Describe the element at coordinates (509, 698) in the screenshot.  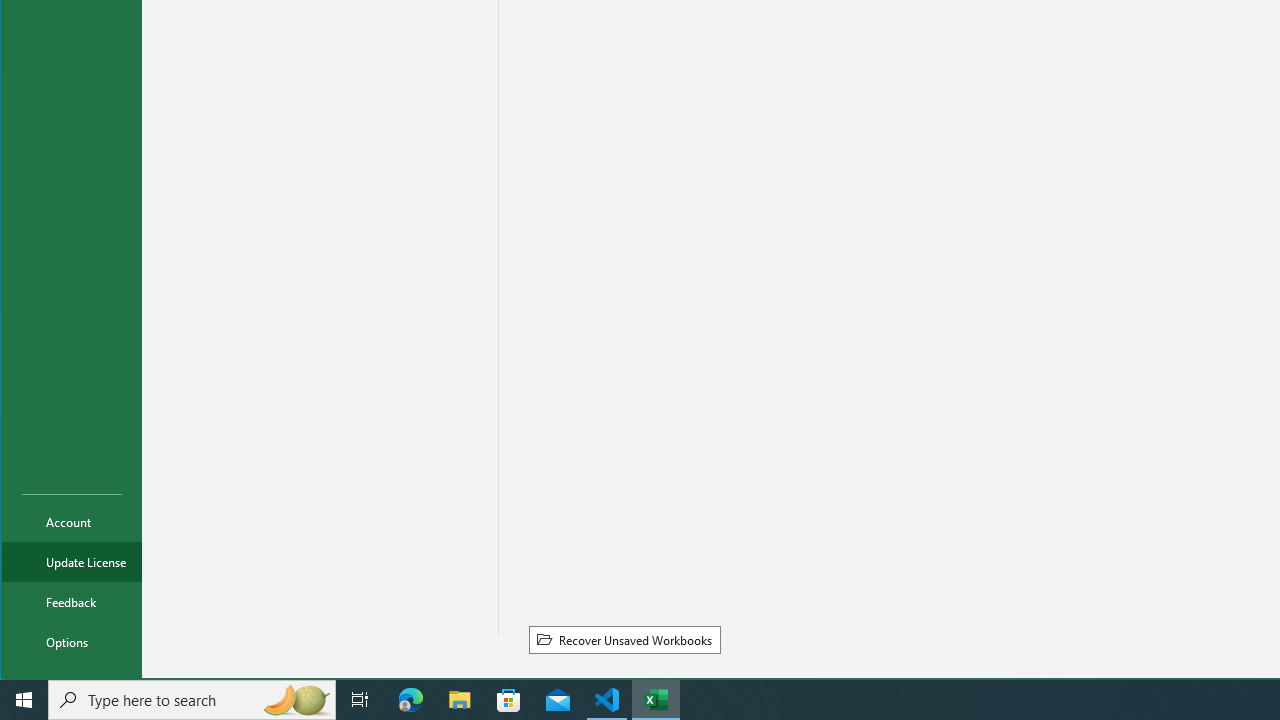
I see `'Microsoft Store'` at that location.